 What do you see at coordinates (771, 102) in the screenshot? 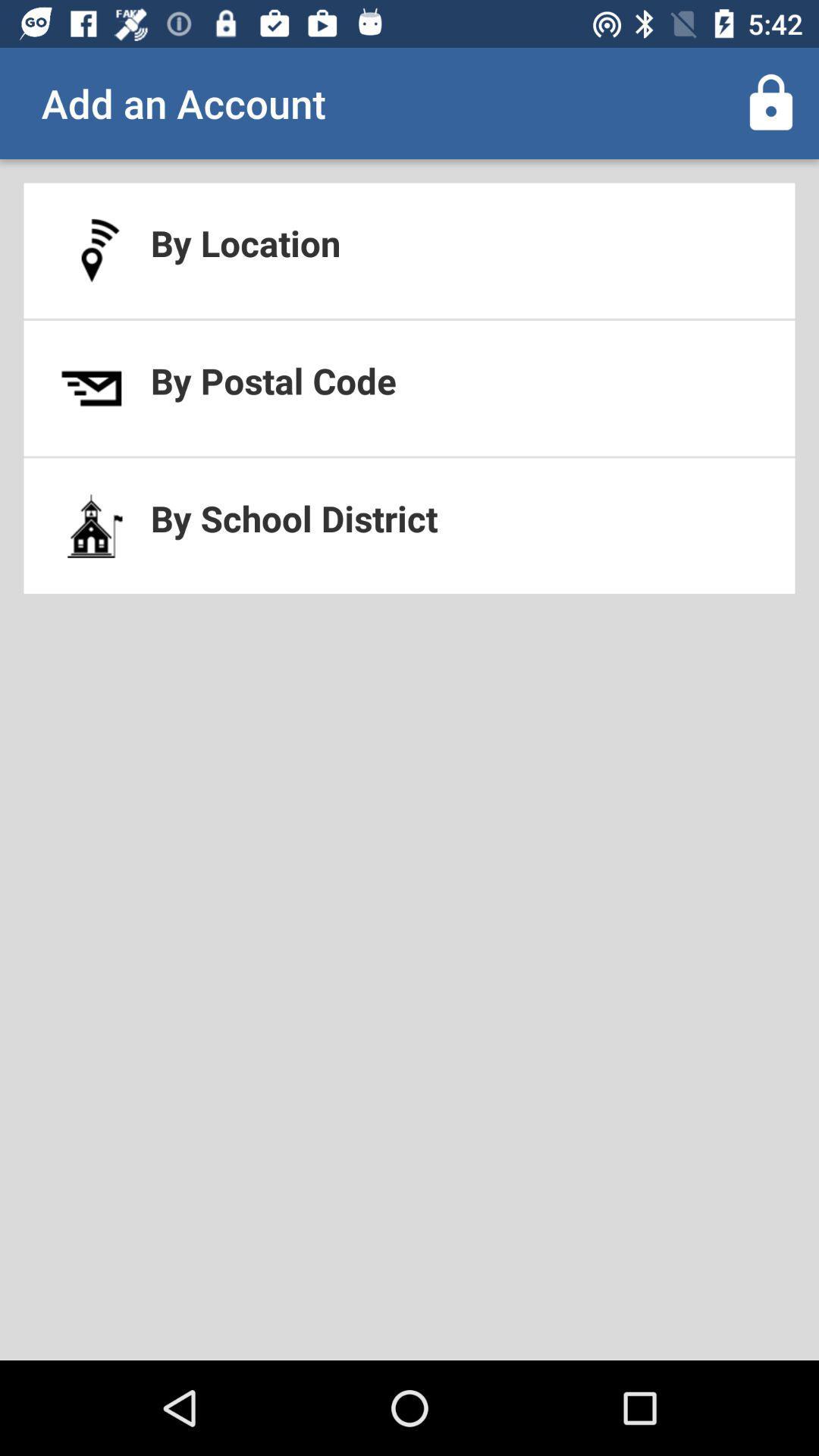
I see `icon at the top right corner` at bounding box center [771, 102].